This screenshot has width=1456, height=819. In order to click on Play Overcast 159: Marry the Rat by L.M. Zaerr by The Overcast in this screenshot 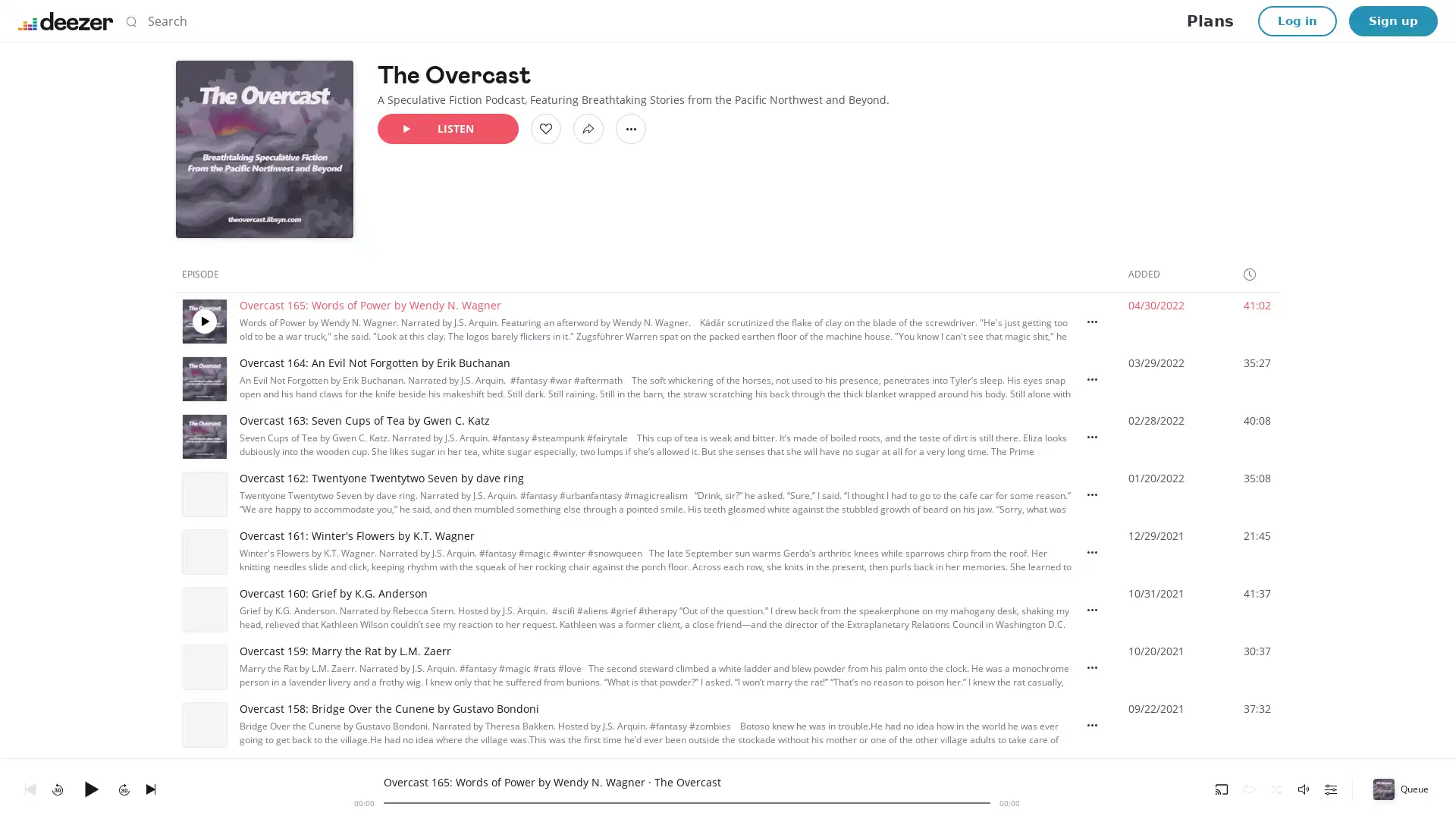, I will do `click(203, 666)`.